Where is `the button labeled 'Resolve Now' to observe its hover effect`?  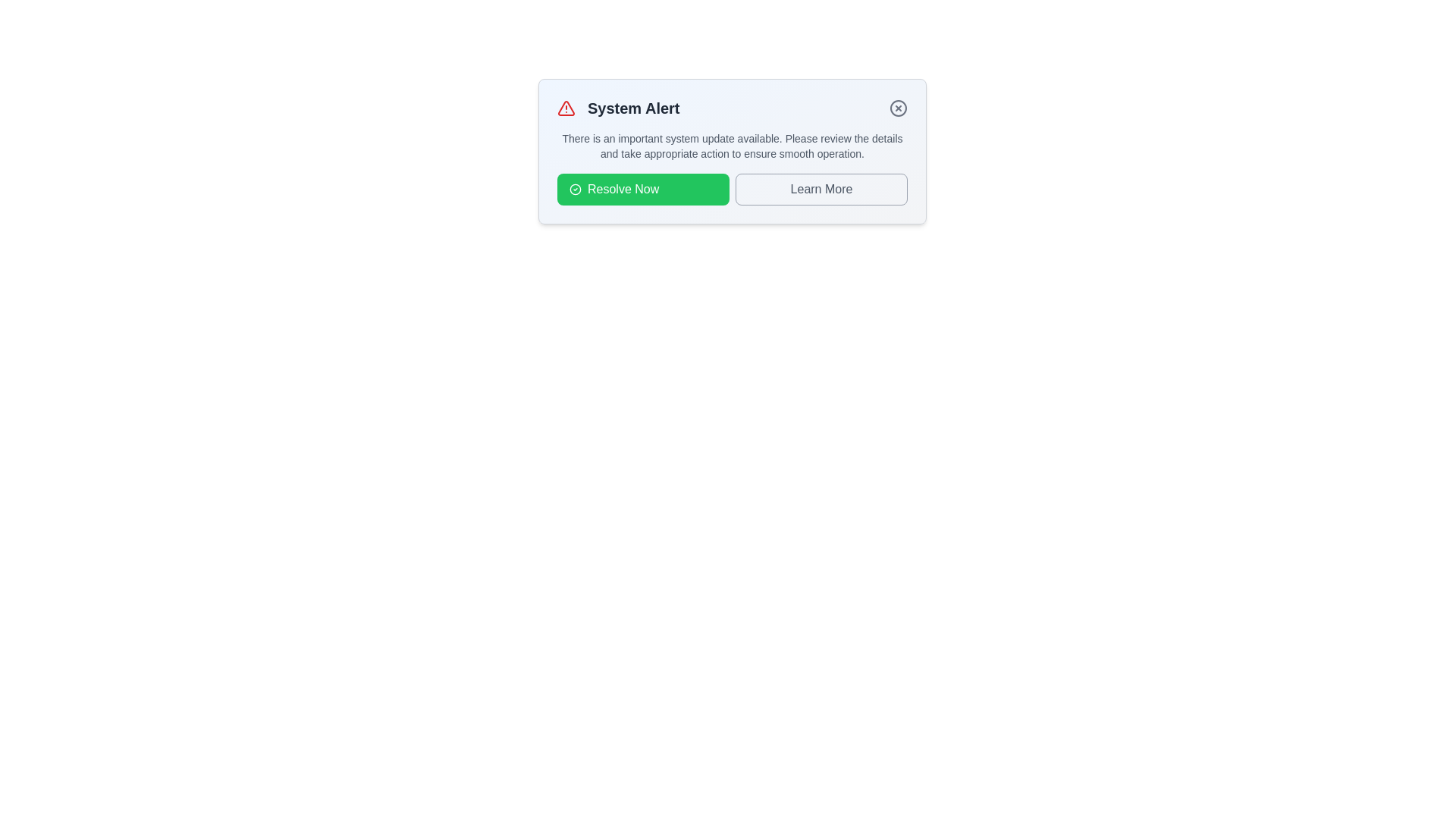
the button labeled 'Resolve Now' to observe its hover effect is located at coordinates (643, 189).